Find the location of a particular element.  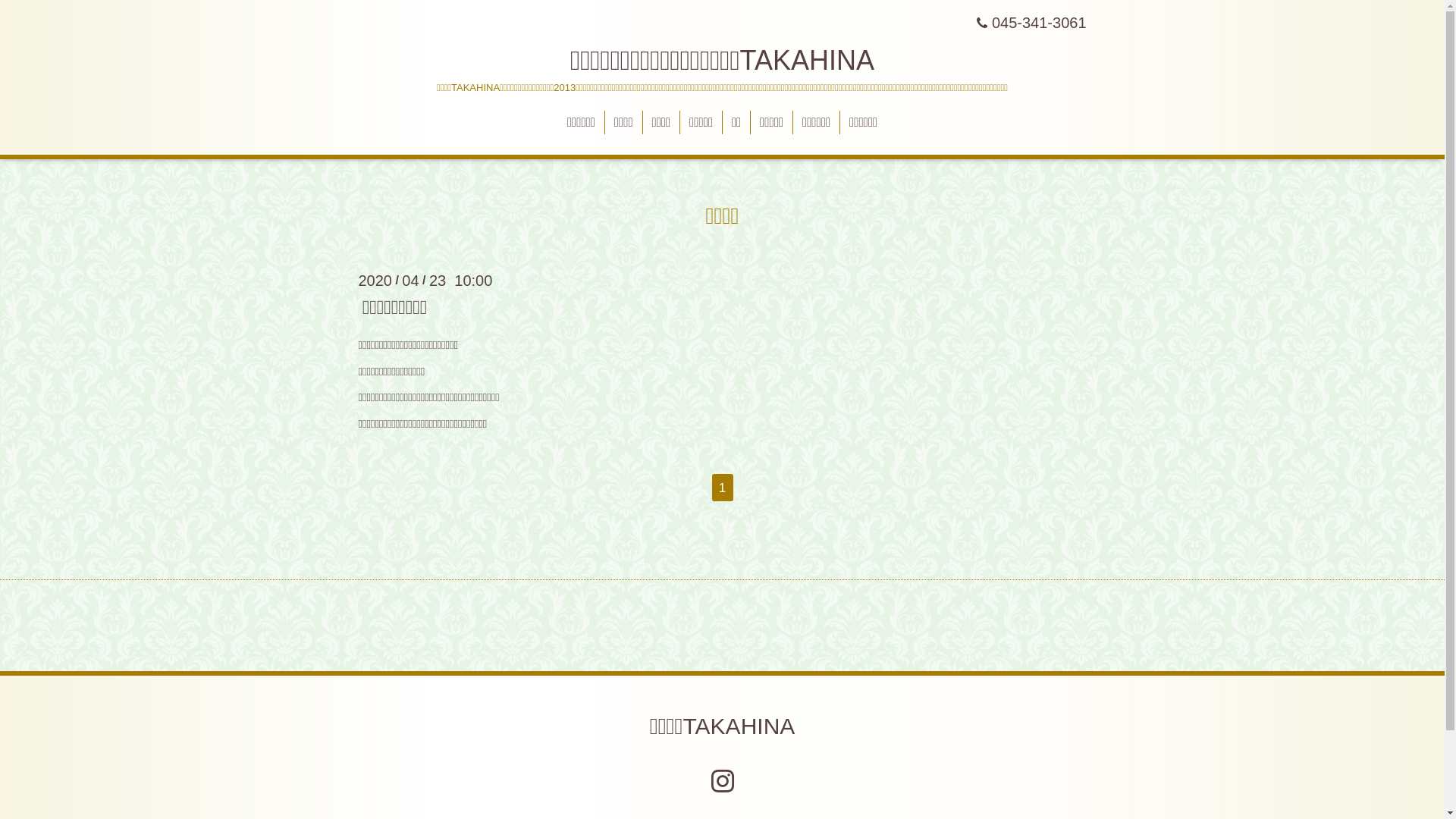

'1' is located at coordinates (720, 488).